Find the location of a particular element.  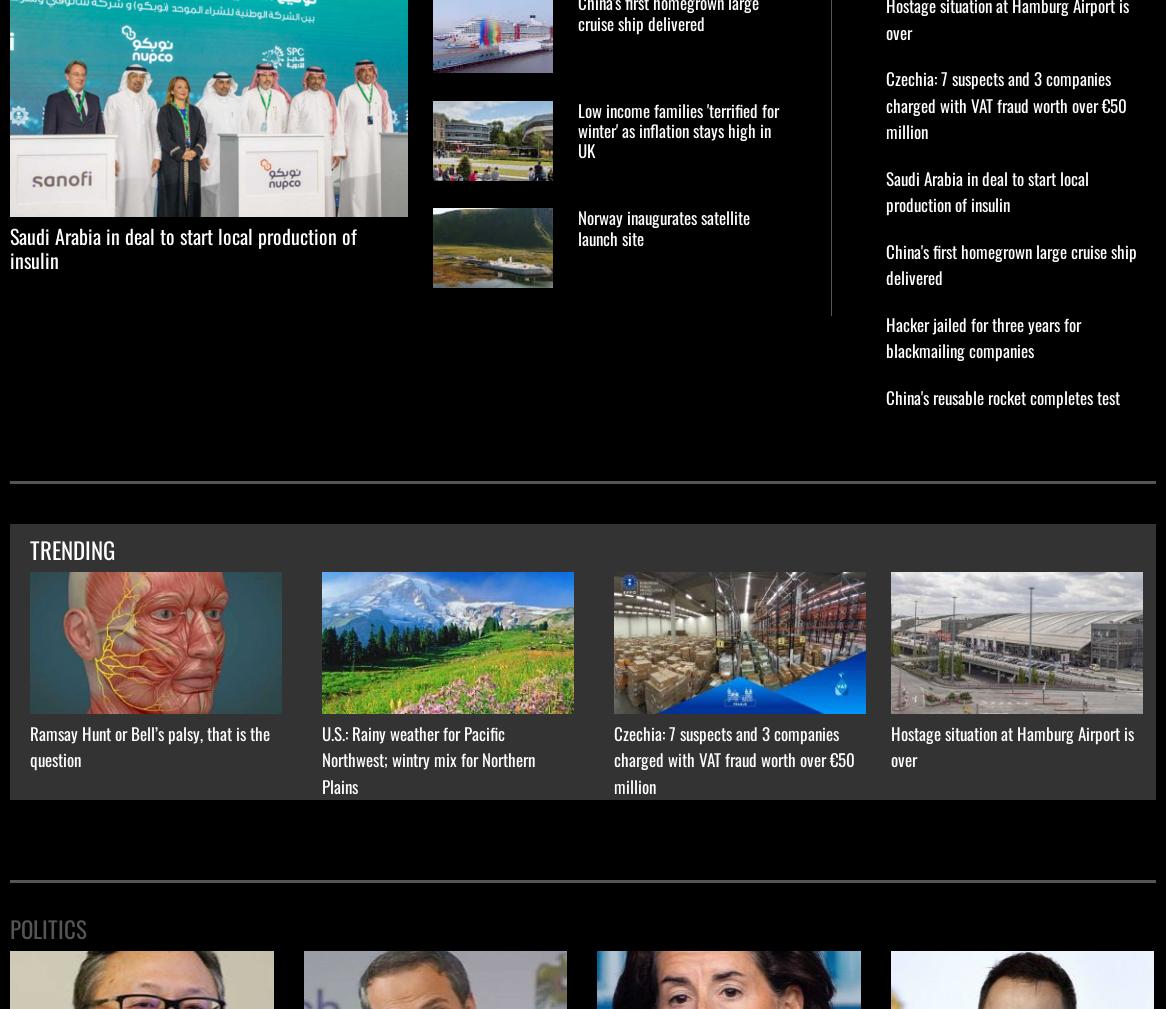

'Norway inaugurates satellite launch site' is located at coordinates (663, 226).